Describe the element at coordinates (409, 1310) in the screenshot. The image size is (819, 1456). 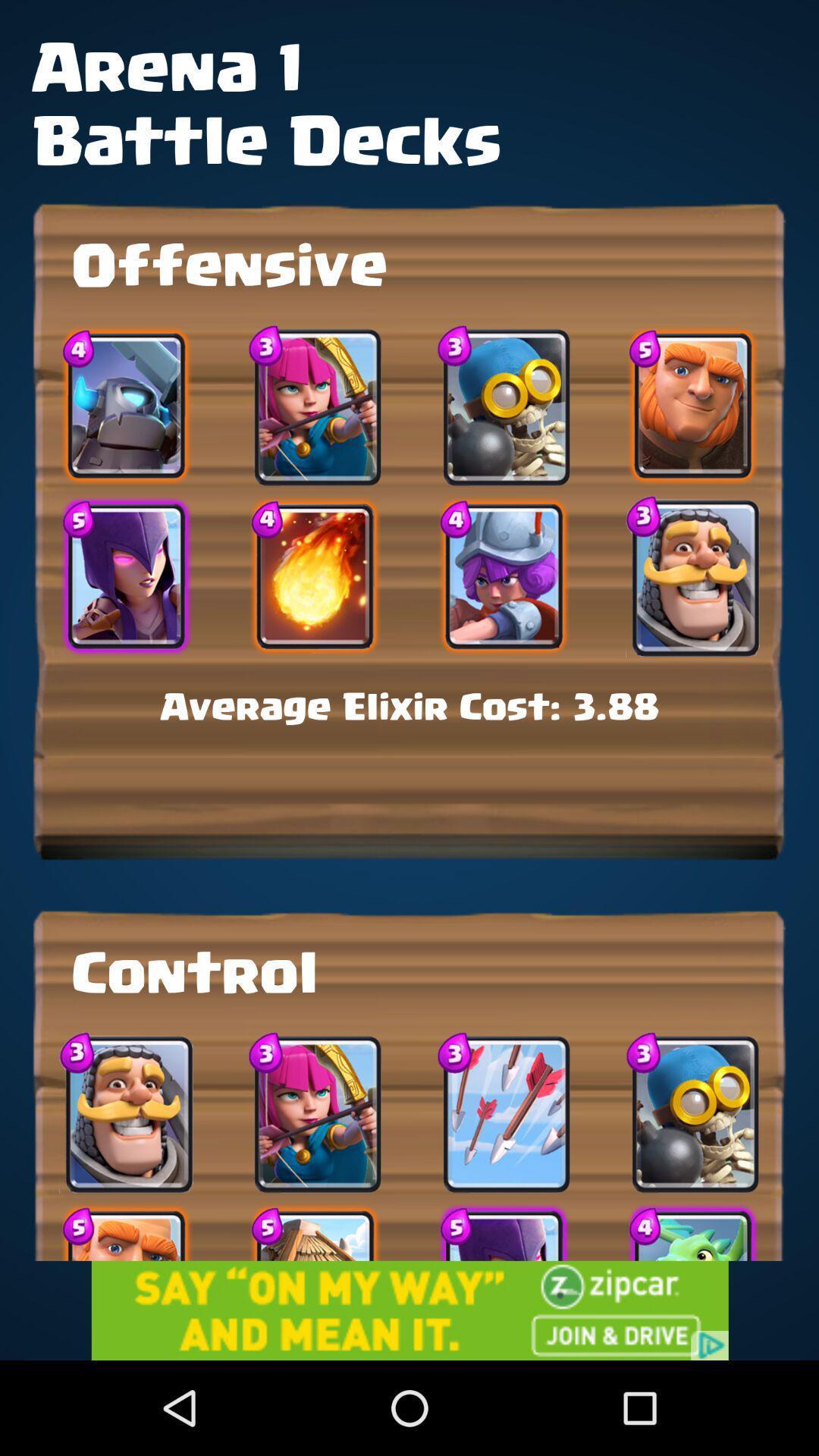
I see `advertisement button for zipcar` at that location.